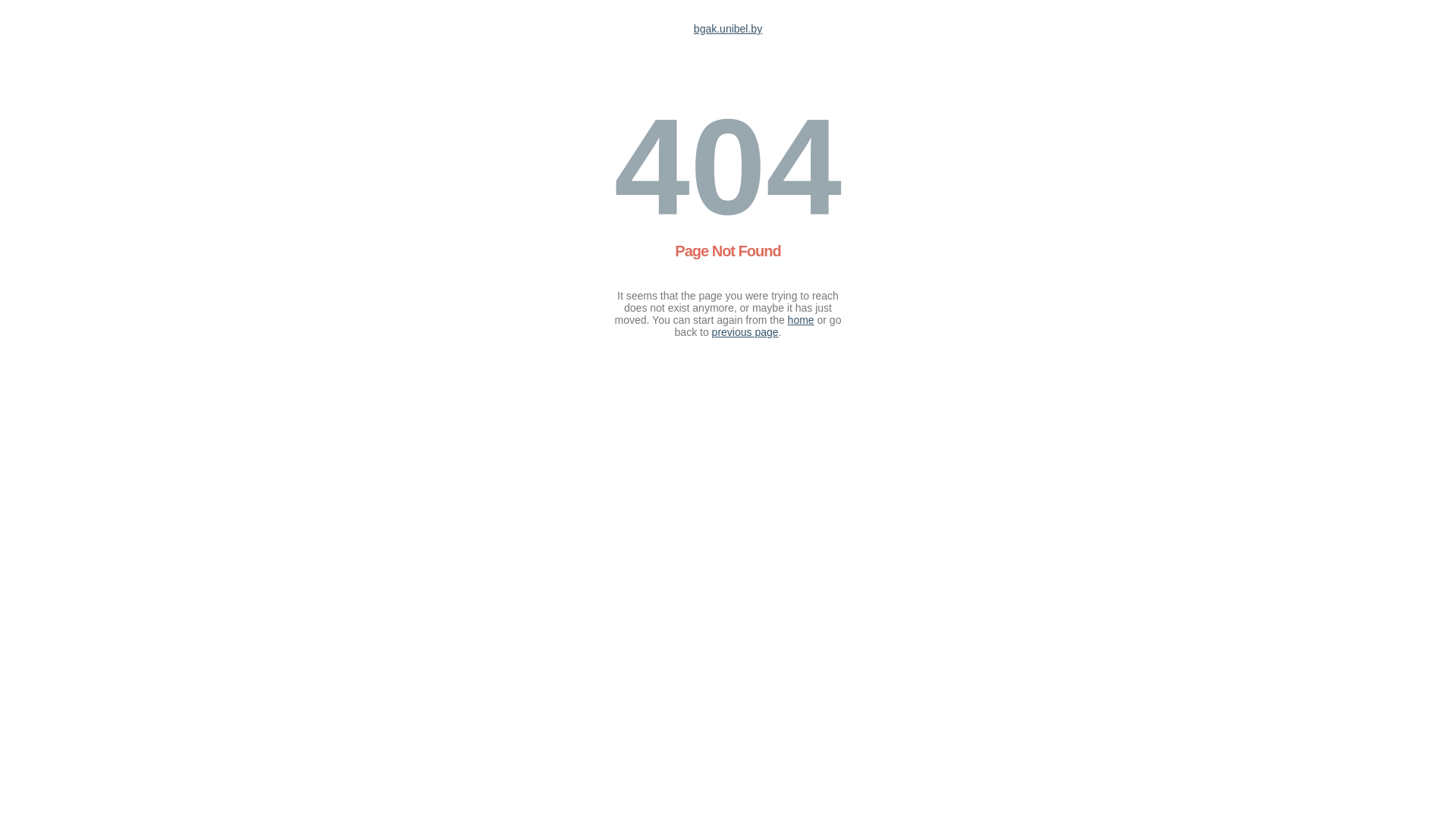 The width and height of the screenshot is (1456, 819). What do you see at coordinates (728, 29) in the screenshot?
I see `'bgak.unibel.by'` at bounding box center [728, 29].